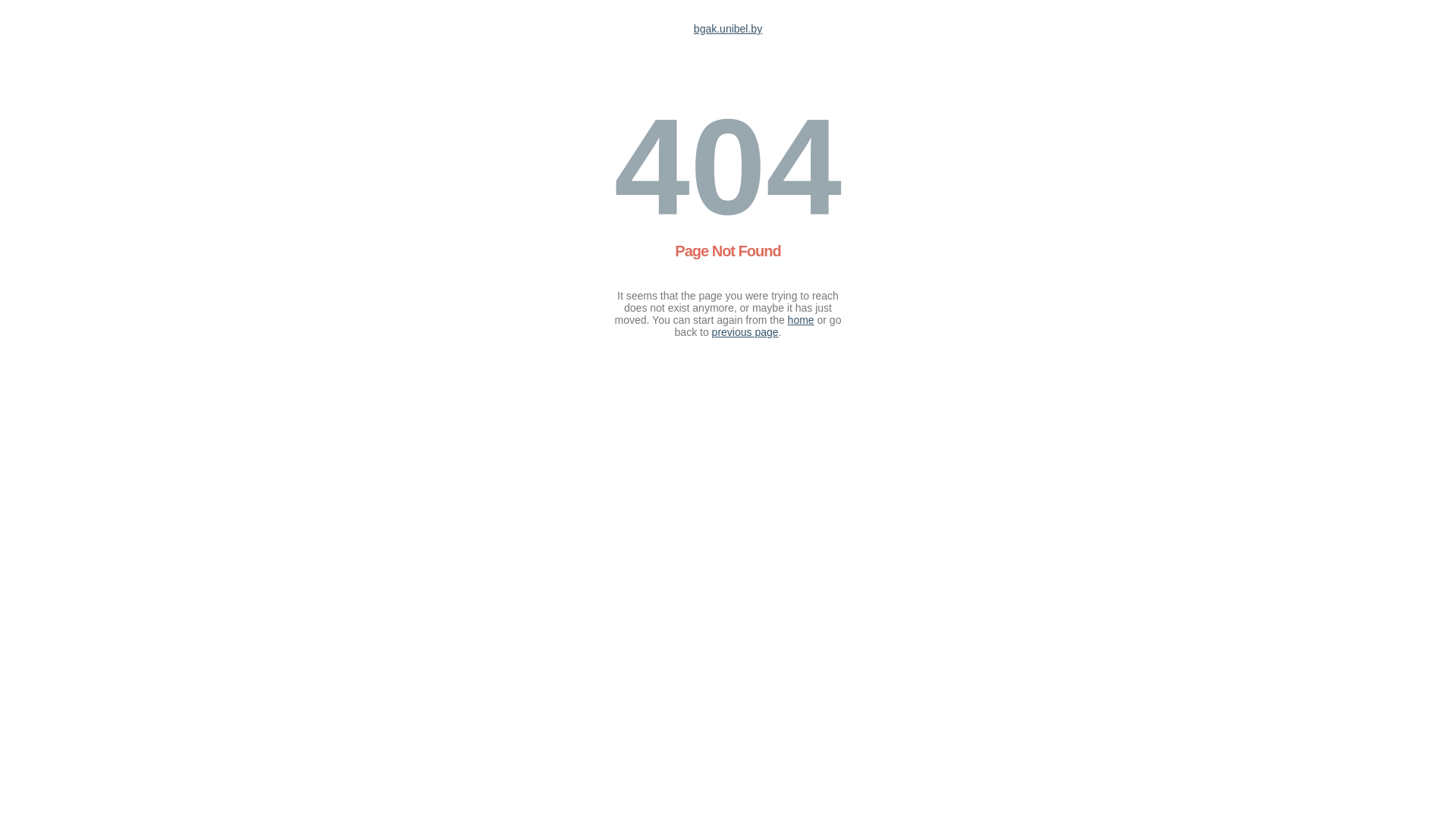 The width and height of the screenshot is (1456, 819). What do you see at coordinates (728, 29) in the screenshot?
I see `'bgak.unibel.by'` at bounding box center [728, 29].